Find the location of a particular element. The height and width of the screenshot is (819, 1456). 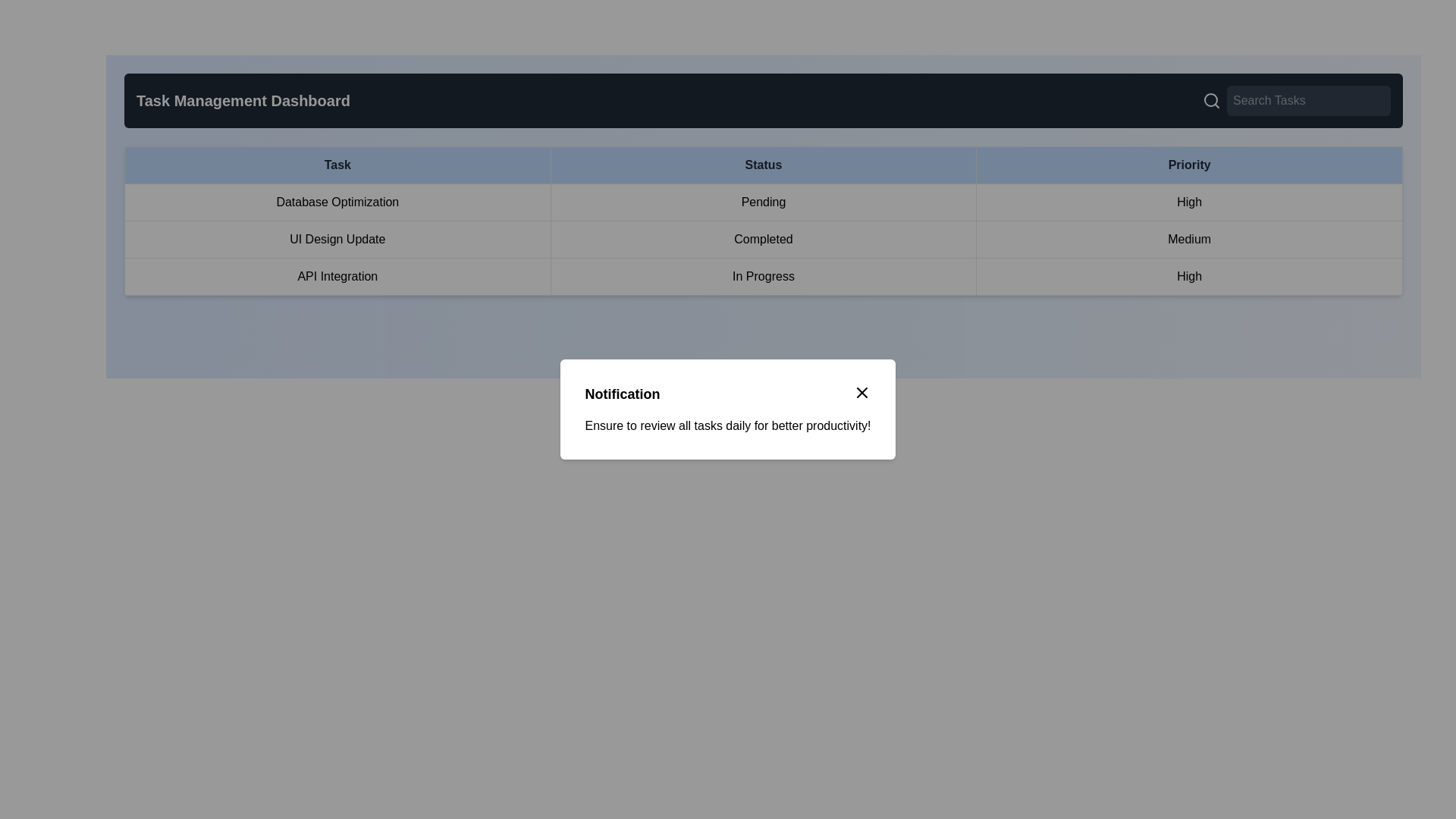

the table header row in the Task Management Dashboard that indicates columns for tasks, statuses, and priorities is located at coordinates (764, 165).